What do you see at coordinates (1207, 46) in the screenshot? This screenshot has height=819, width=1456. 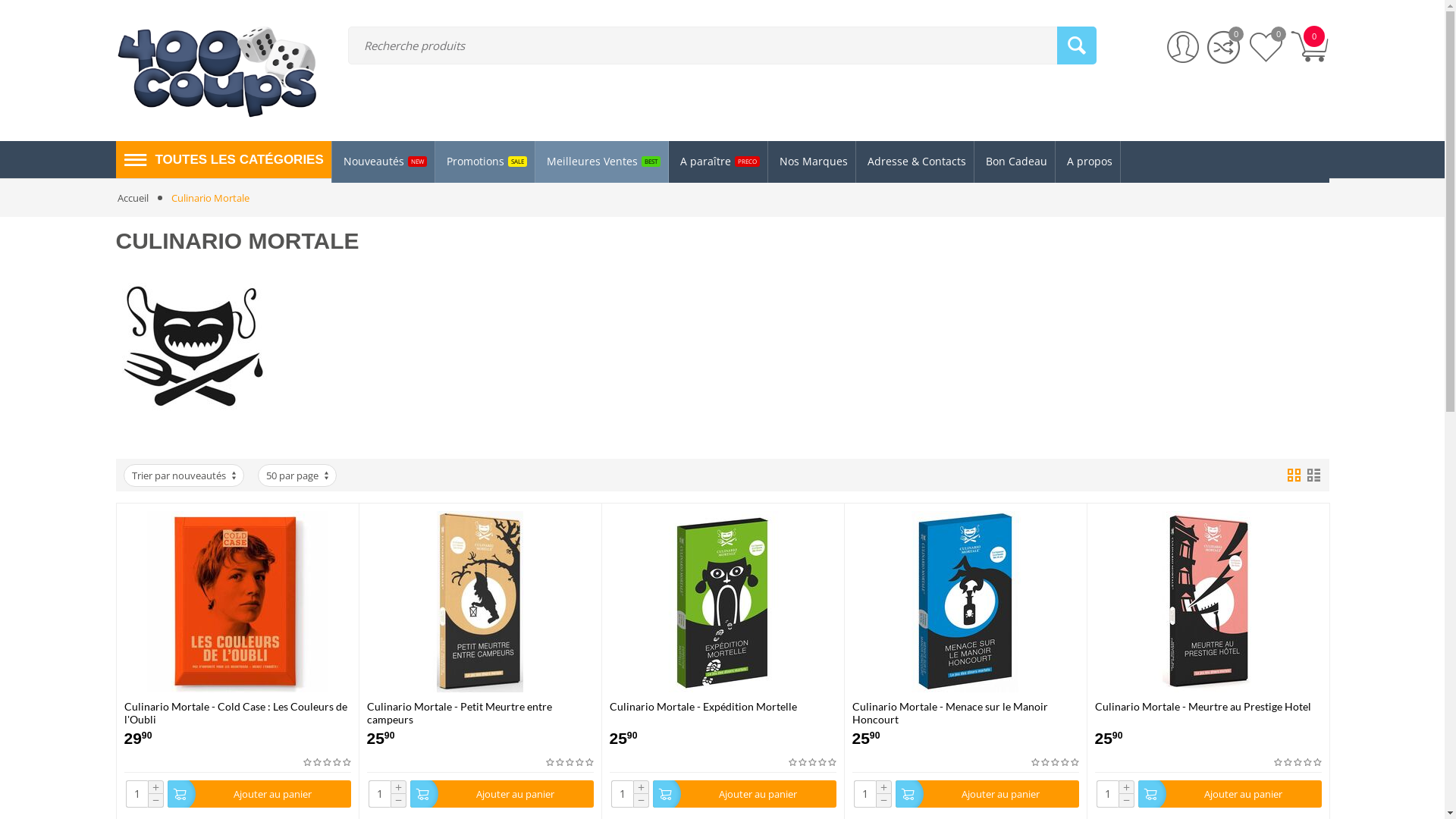 I see `'0'` at bounding box center [1207, 46].